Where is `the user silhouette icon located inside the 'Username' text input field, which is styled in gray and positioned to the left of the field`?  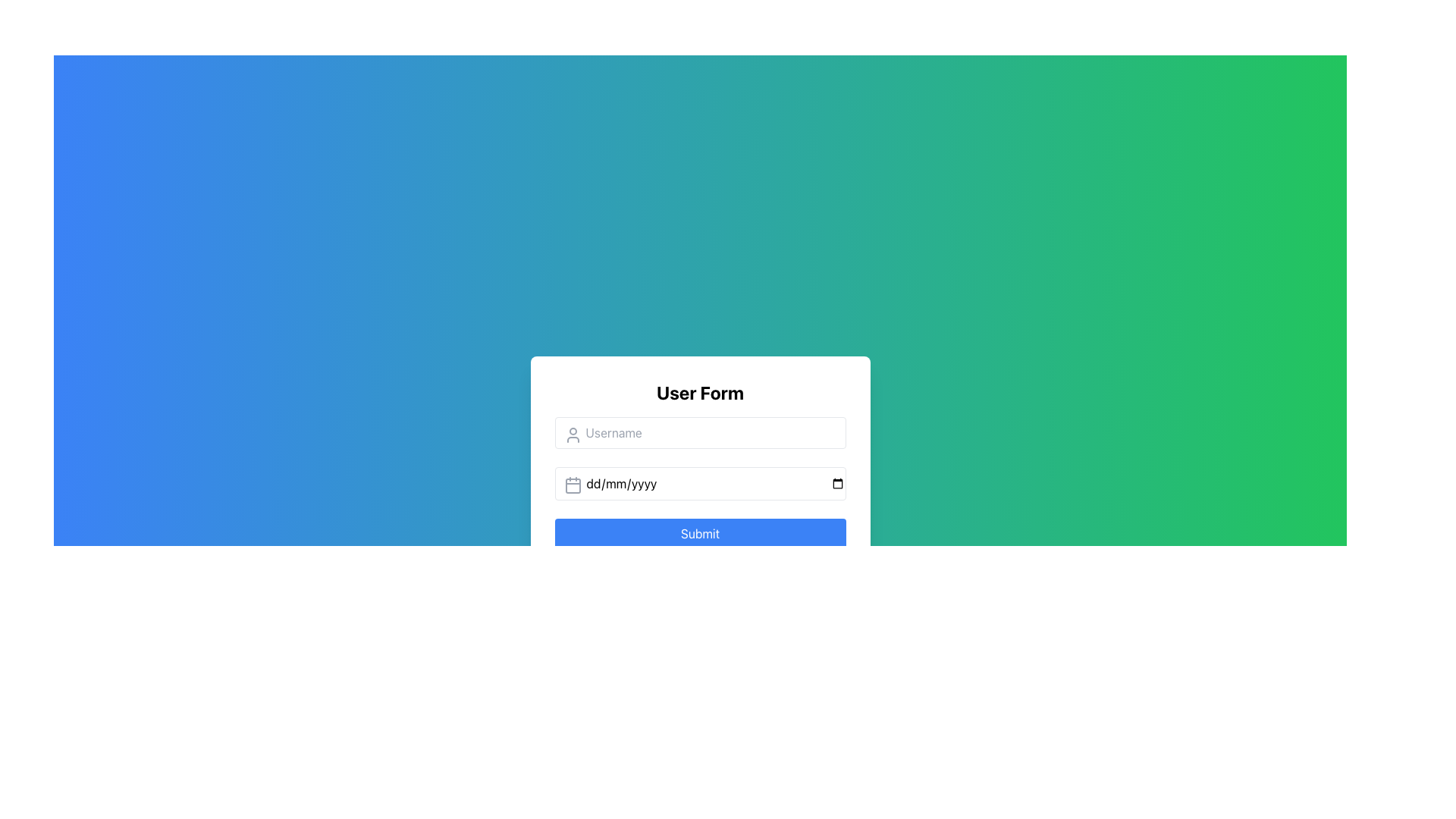
the user silhouette icon located inside the 'Username' text input field, which is styled in gray and positioned to the left of the field is located at coordinates (572, 435).